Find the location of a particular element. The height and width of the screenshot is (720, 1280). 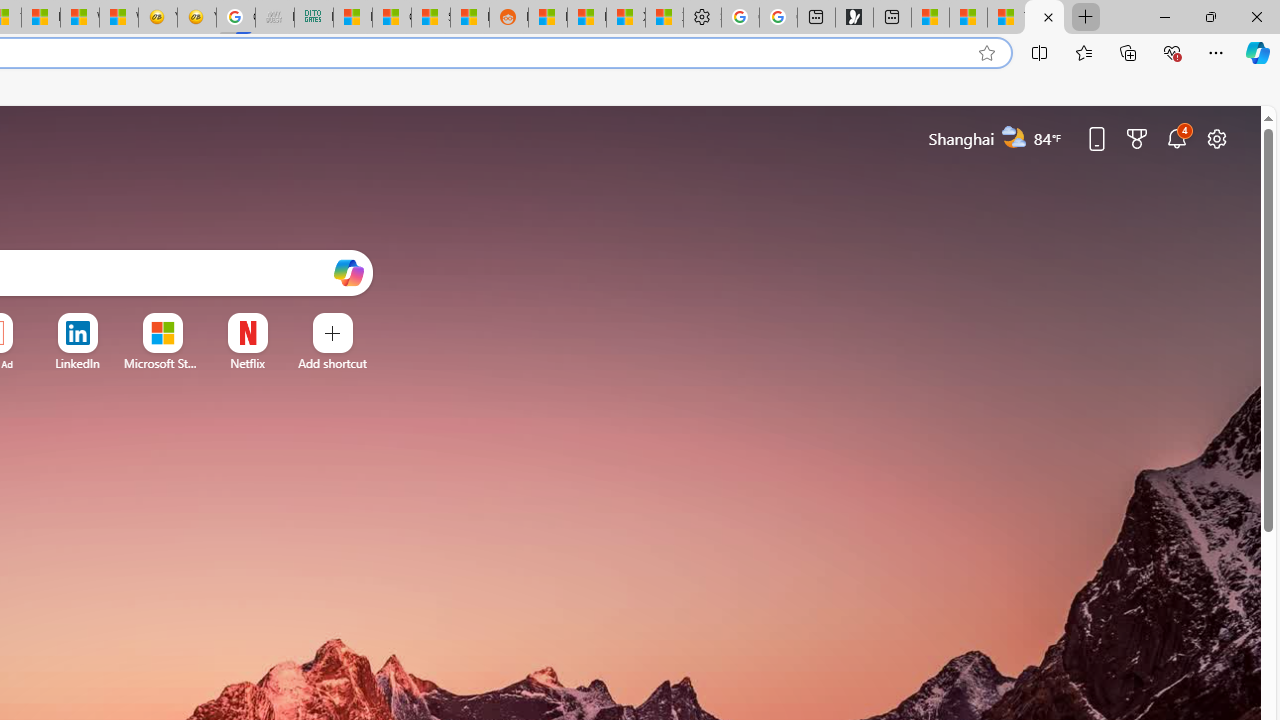

'These 3 Stocks Pay You More Than 5% to Own Them' is located at coordinates (1006, 17).